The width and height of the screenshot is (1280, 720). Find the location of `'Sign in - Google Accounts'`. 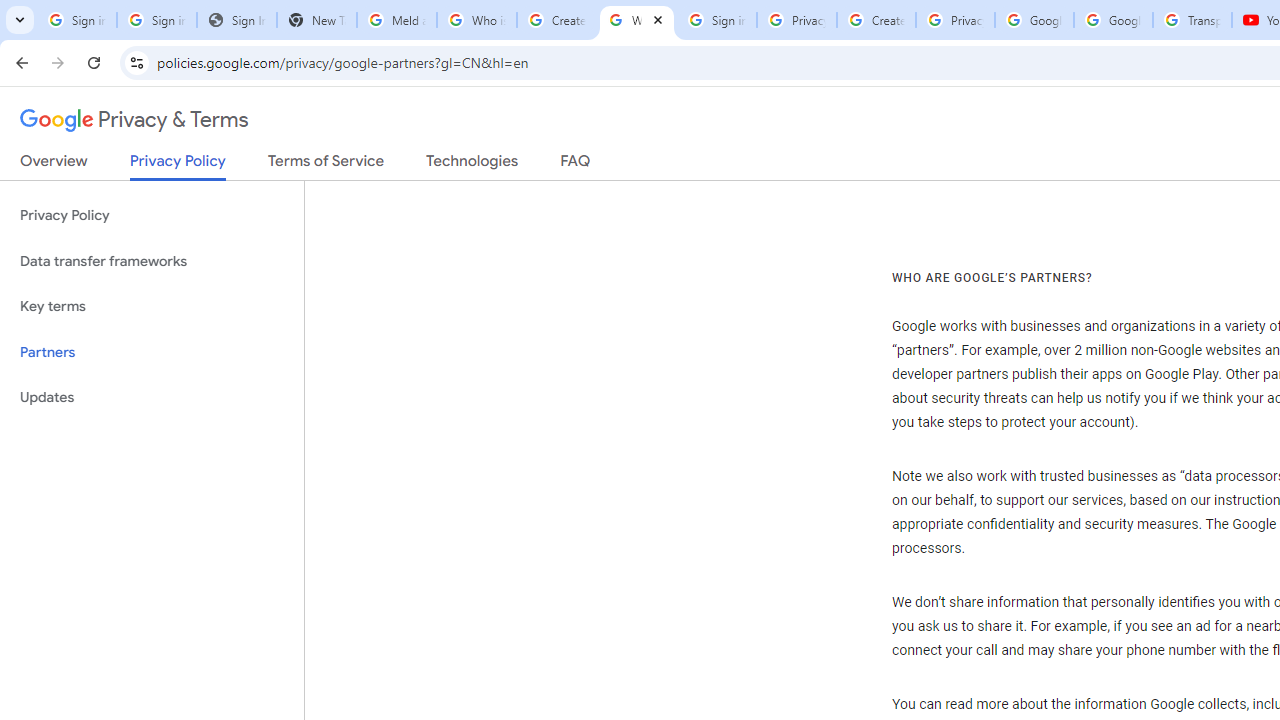

'Sign in - Google Accounts' is located at coordinates (716, 20).